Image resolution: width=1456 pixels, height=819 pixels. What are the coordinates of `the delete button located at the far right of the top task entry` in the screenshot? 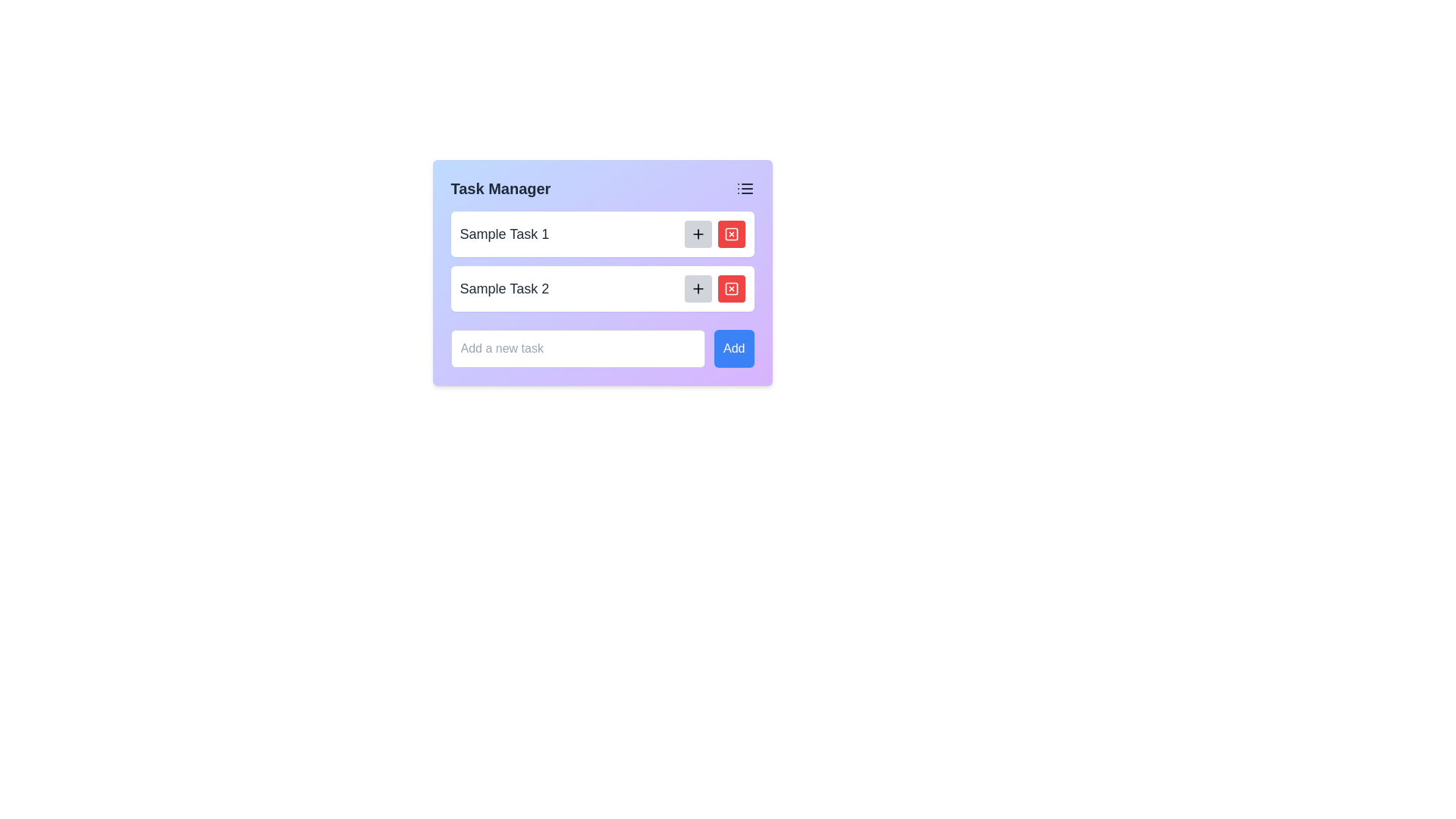 It's located at (731, 234).